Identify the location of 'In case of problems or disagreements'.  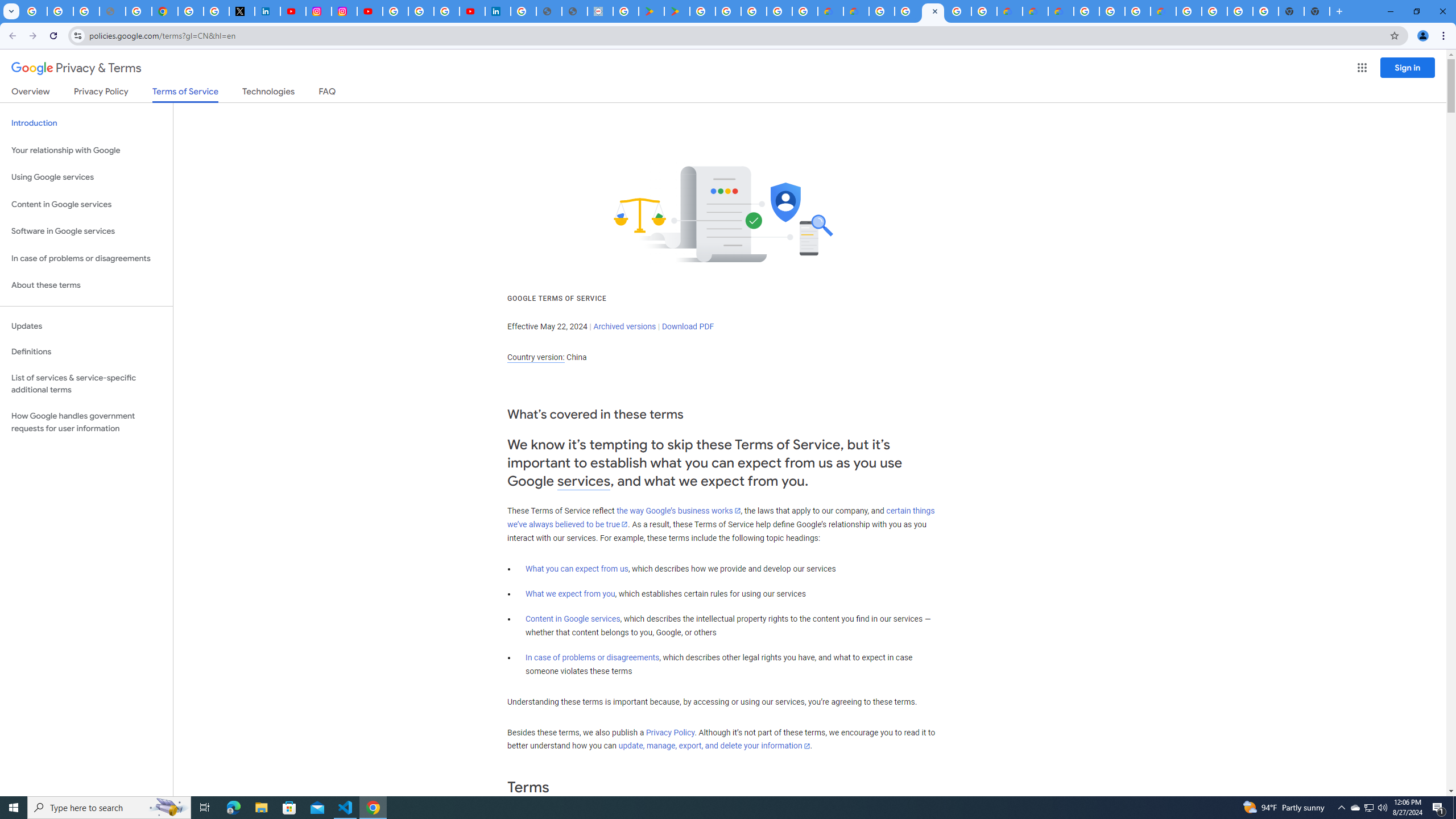
(591, 657).